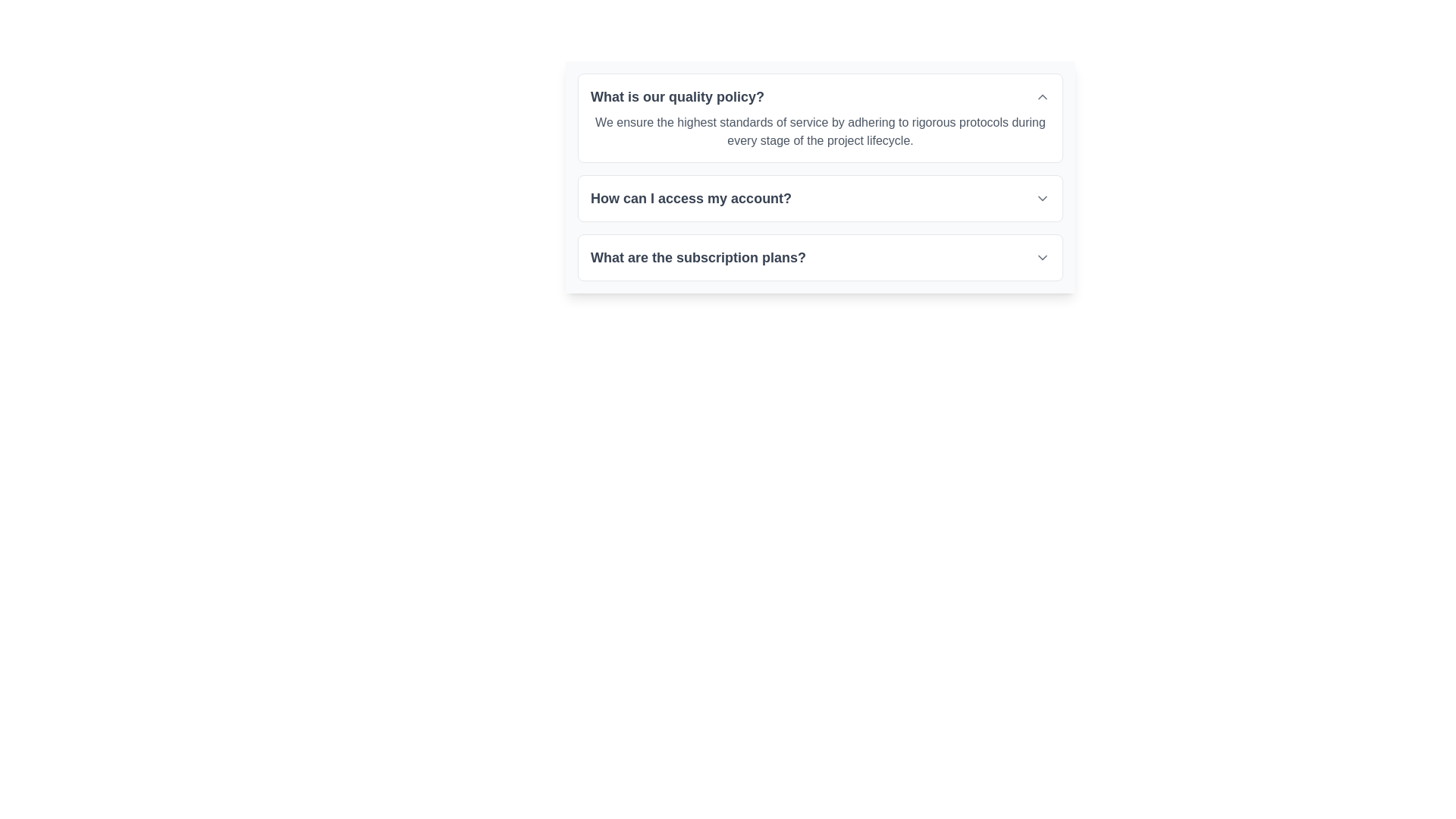 This screenshot has height=819, width=1456. What do you see at coordinates (819, 130) in the screenshot?
I see `paragraph of text styled in gray, aligned to the left, which is positioned below the heading 'What is our quality policy?'` at bounding box center [819, 130].